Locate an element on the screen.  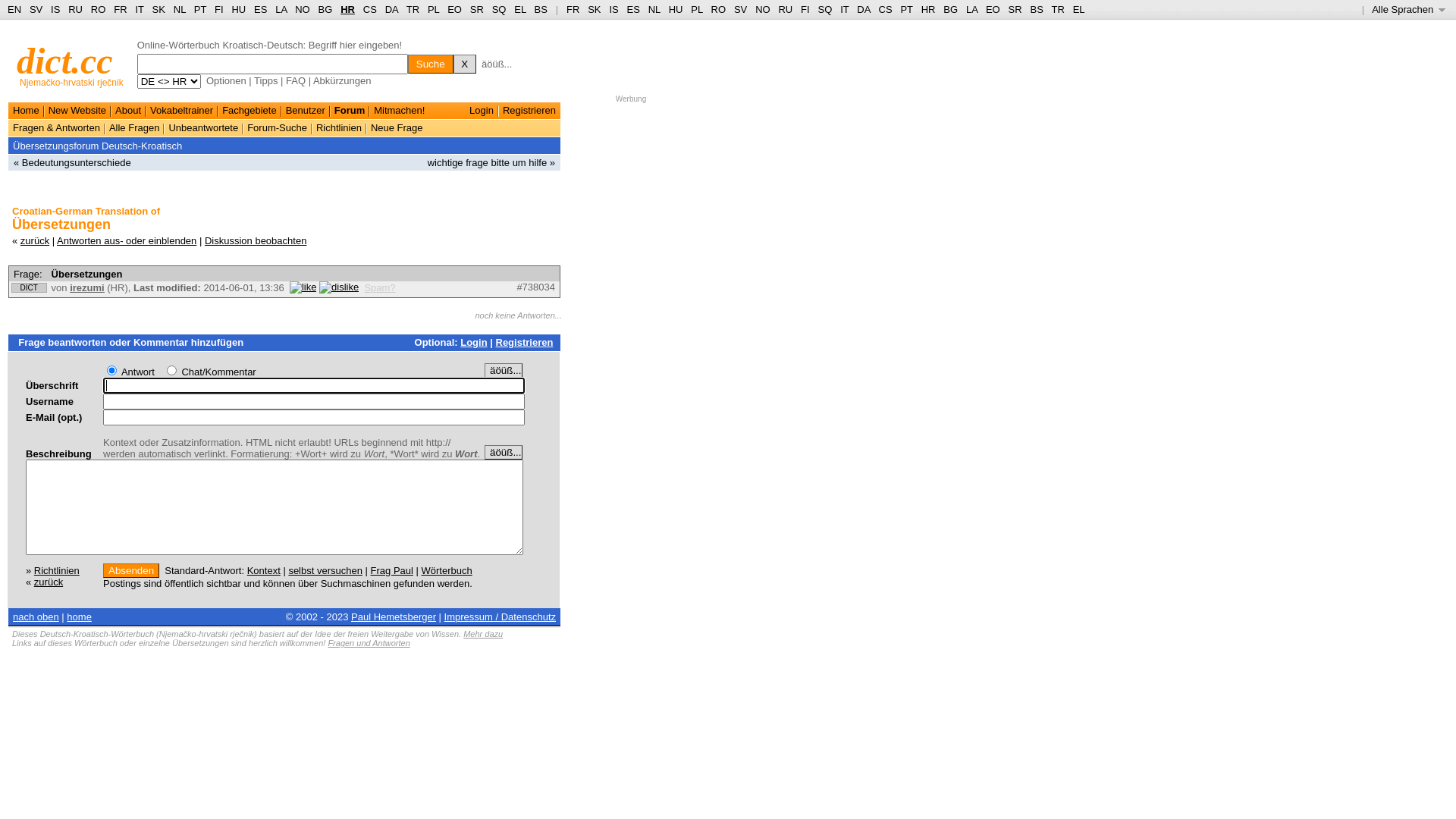
'#738034' is located at coordinates (535, 287).